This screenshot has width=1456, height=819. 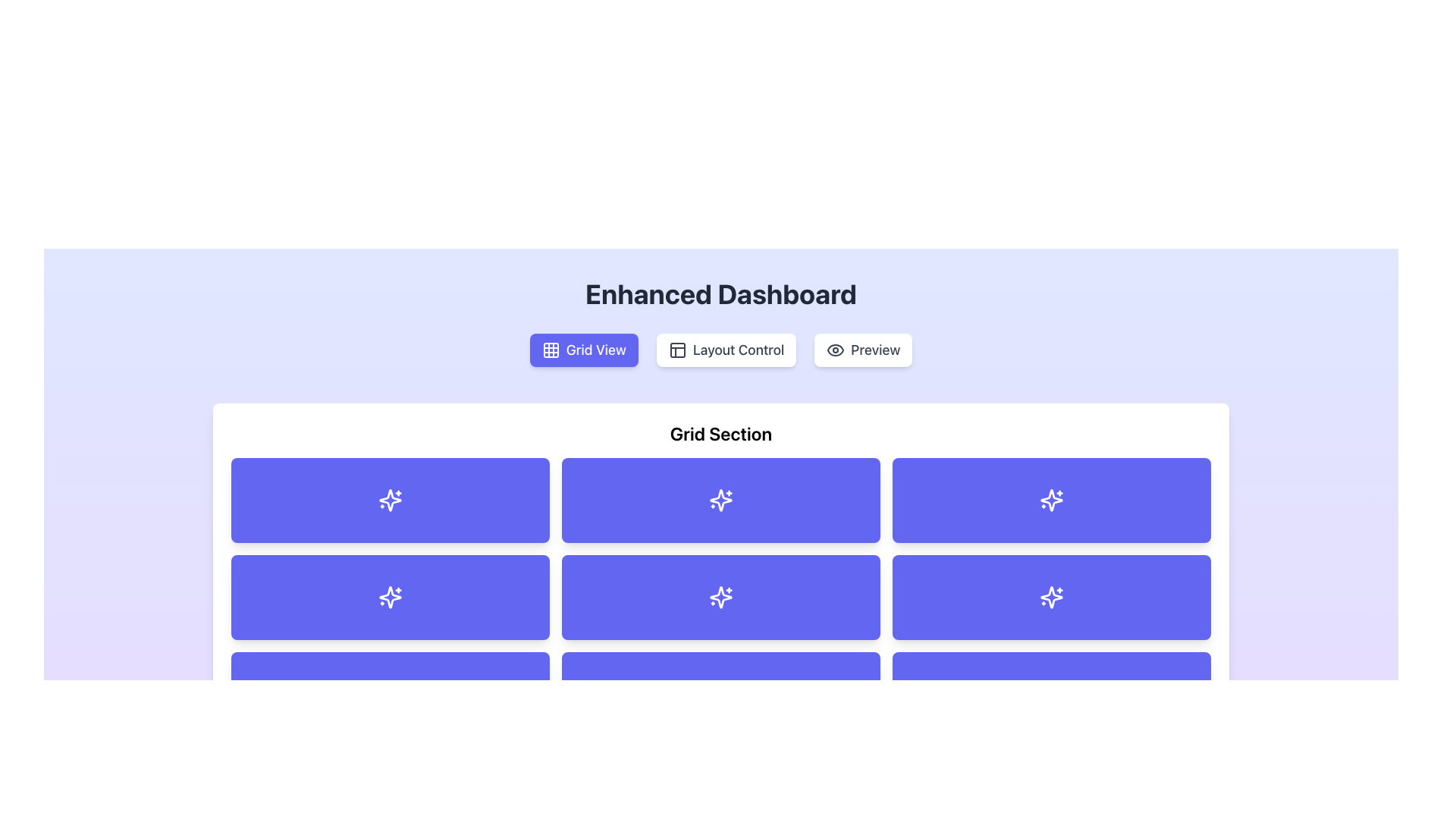 I want to click on the star-like icon with a sparkles design on the blue rectangular button located in the second row and third column of the grid layout in the 'Grid Section', so click(x=1050, y=500).